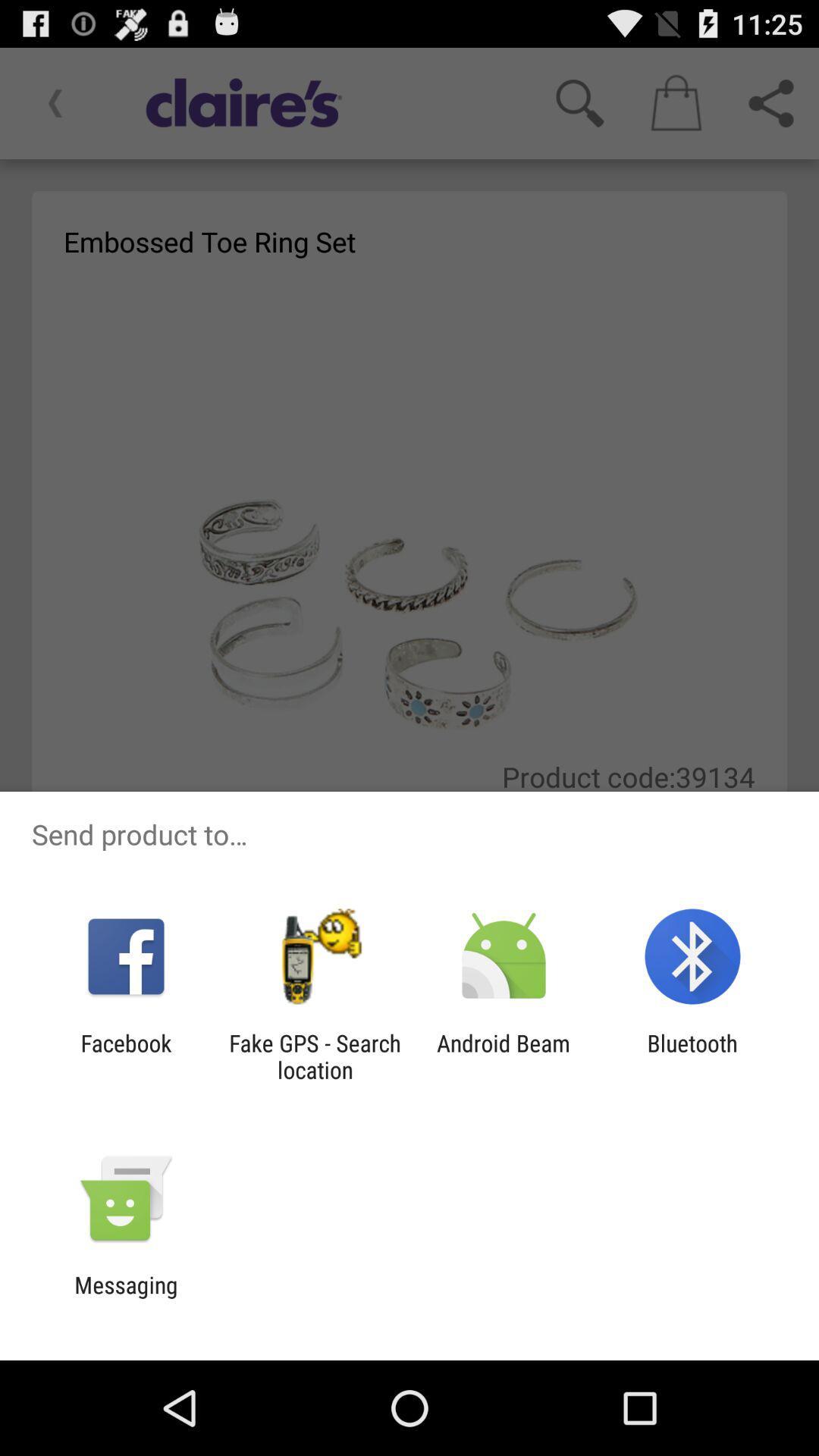 The image size is (819, 1456). What do you see at coordinates (504, 1056) in the screenshot?
I see `icon to the right of the fake gps search` at bounding box center [504, 1056].